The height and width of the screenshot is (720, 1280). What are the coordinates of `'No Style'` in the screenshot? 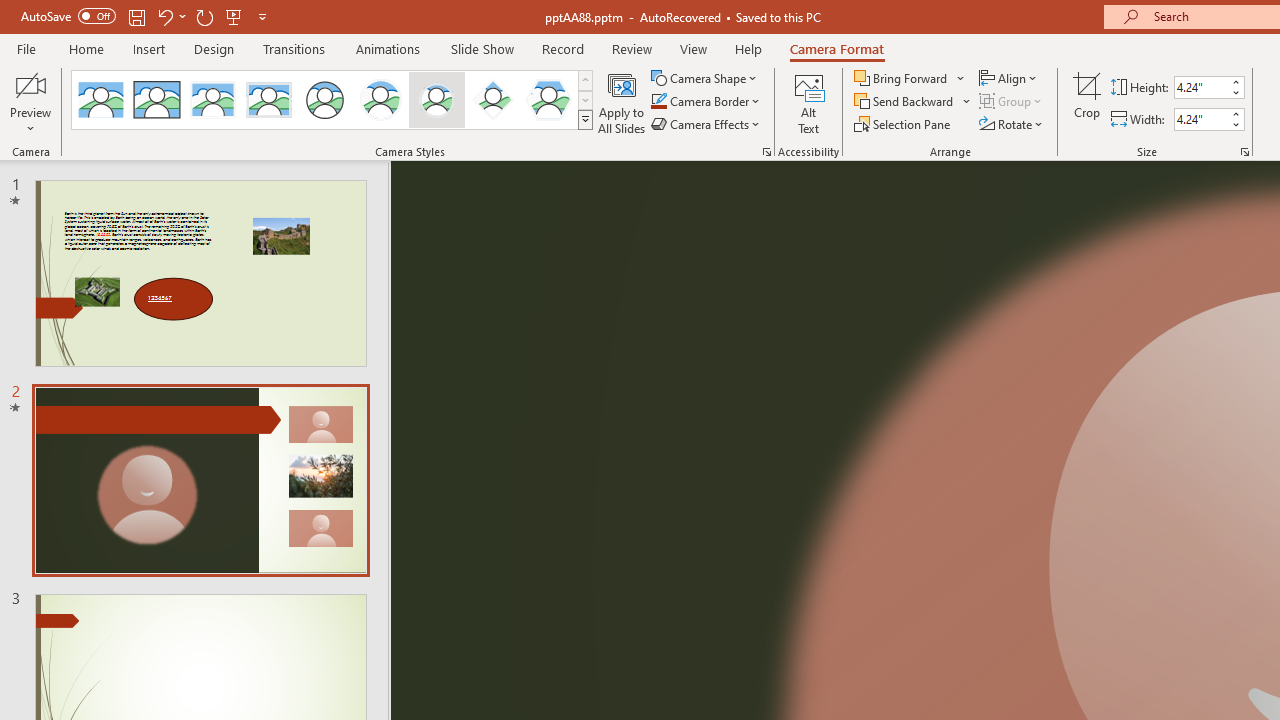 It's located at (100, 100).